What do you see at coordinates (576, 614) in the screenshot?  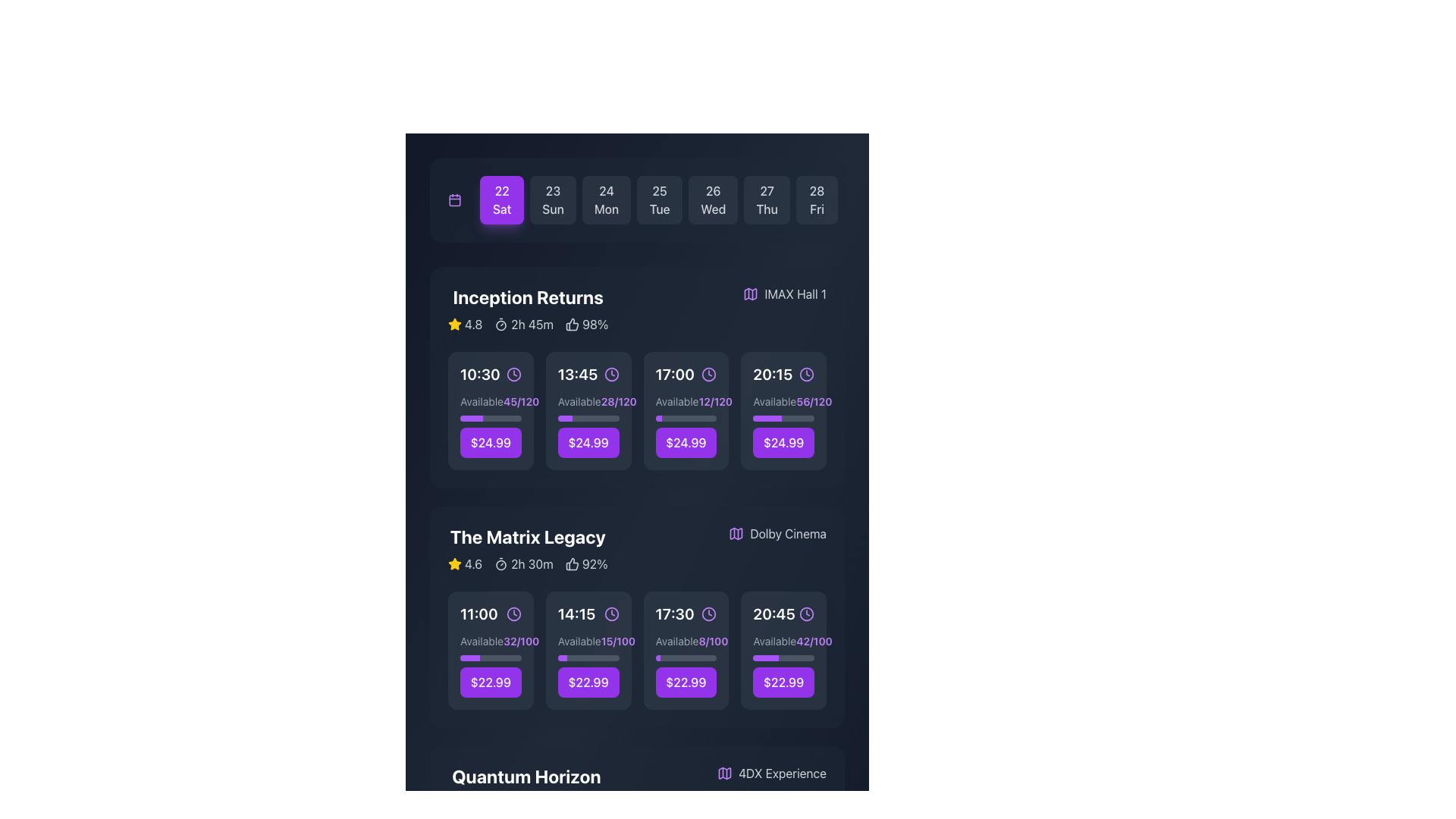 I see `the text label displaying '14:15' in white font, which is the second time slot for 'The Matrix Legacy', positioned between '11:00' and '17:30'` at bounding box center [576, 614].